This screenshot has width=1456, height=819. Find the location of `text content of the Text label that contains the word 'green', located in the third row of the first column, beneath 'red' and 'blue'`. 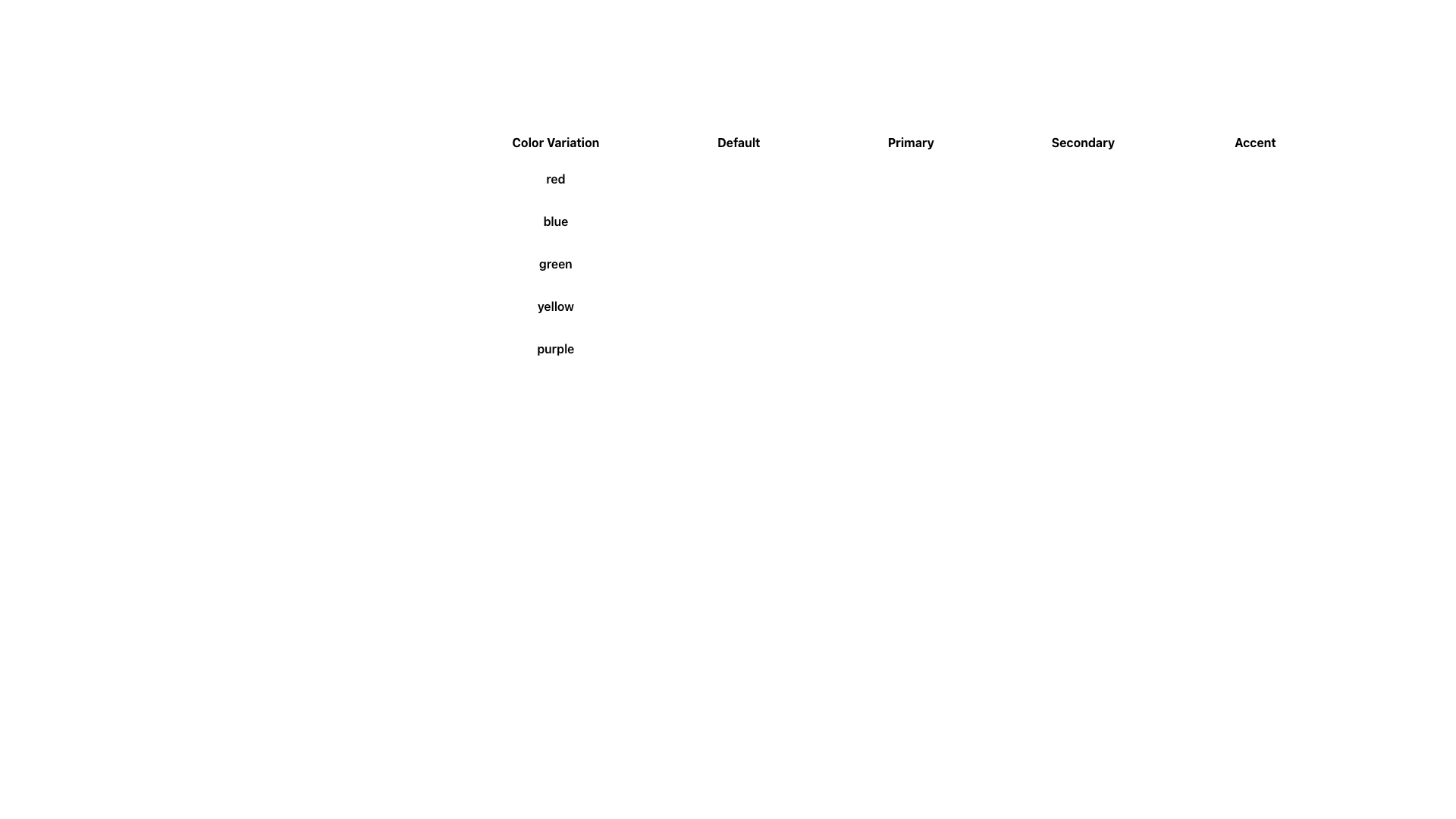

text content of the Text label that contains the word 'green', located in the third row of the first column, beneath 'red' and 'blue' is located at coordinates (739, 262).